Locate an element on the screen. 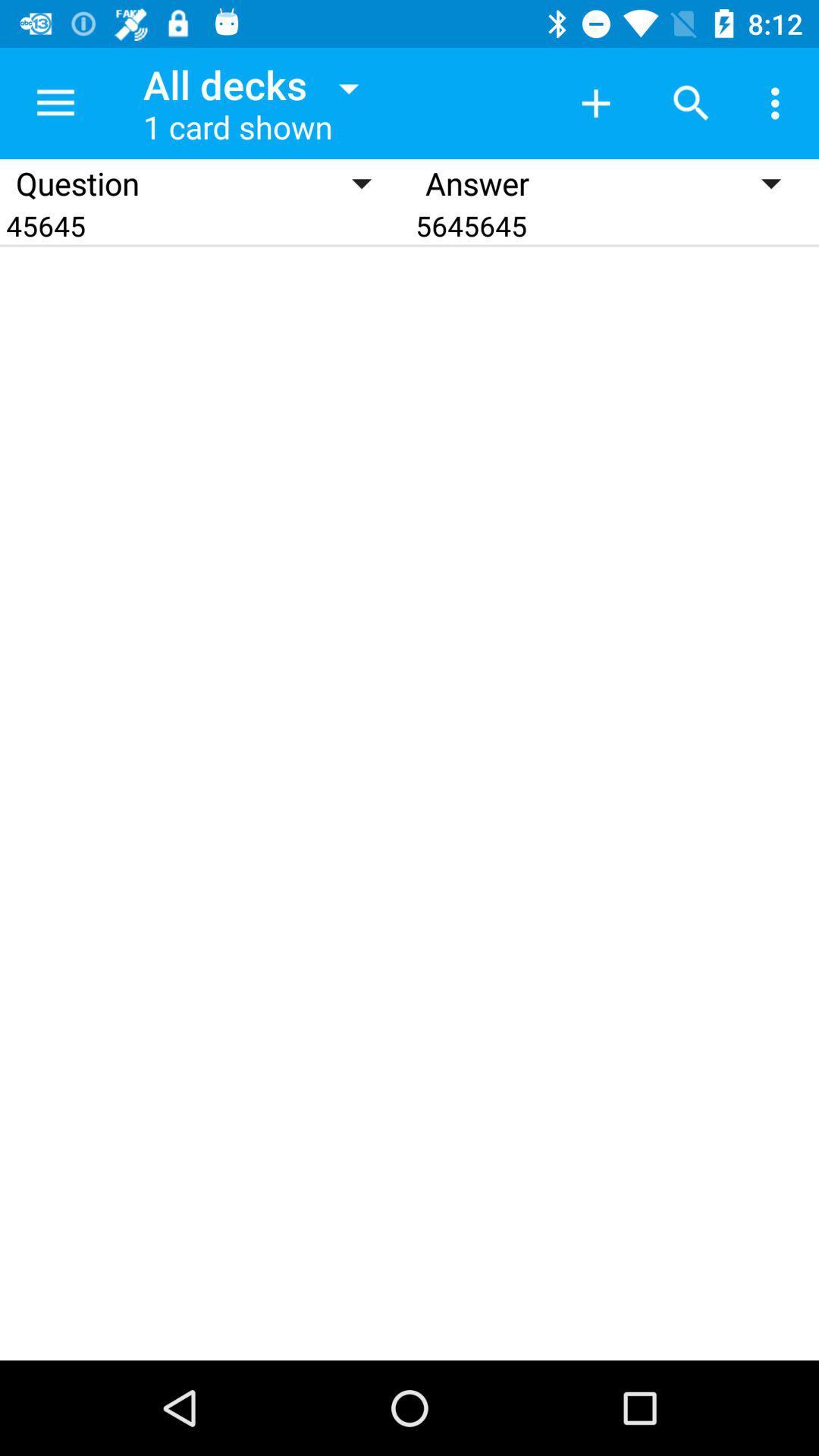 The image size is (819, 1456). icon next to all decks icon is located at coordinates (595, 102).